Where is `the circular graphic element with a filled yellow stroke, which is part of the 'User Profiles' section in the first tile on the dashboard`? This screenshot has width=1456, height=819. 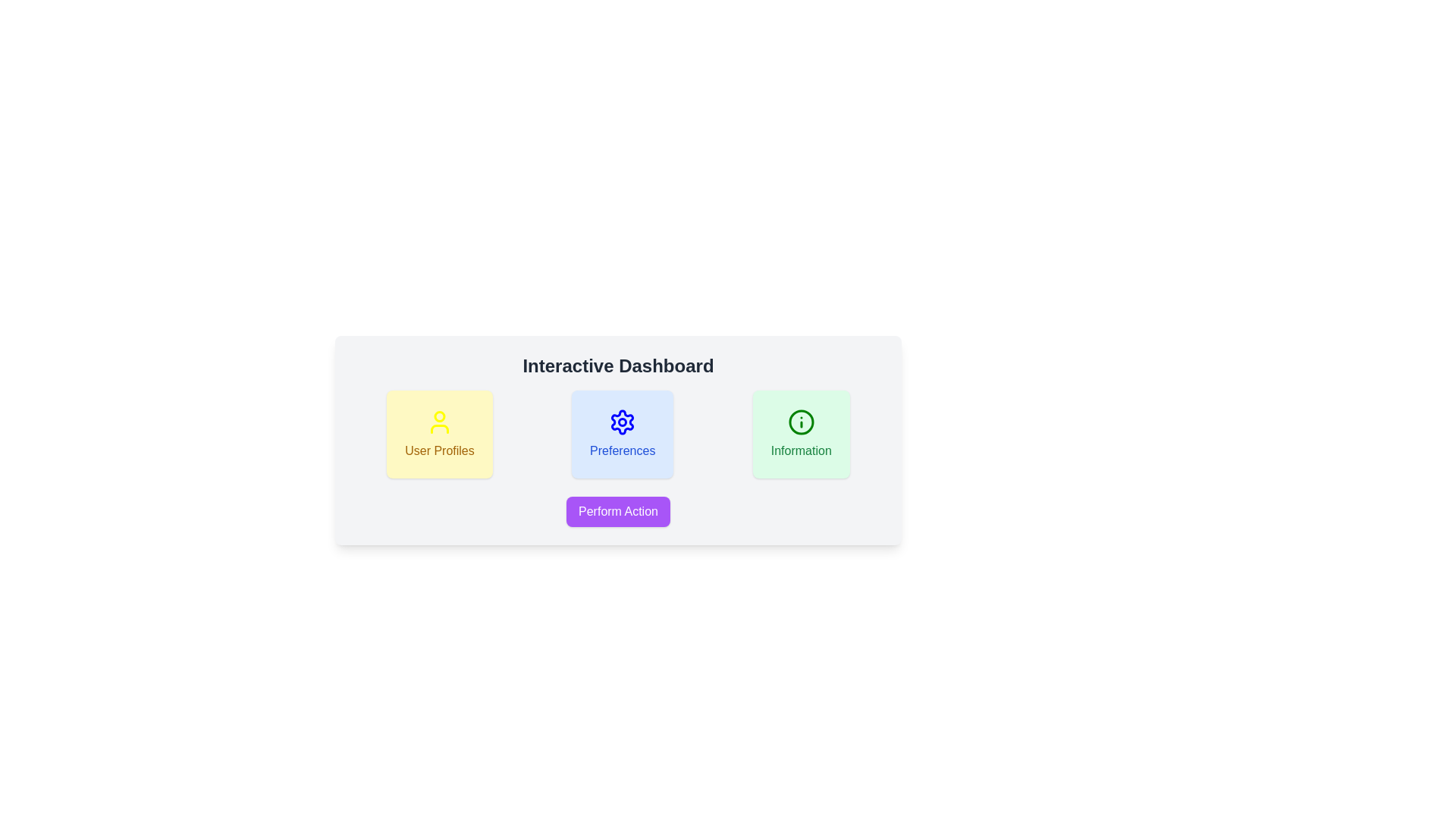 the circular graphic element with a filled yellow stroke, which is part of the 'User Profiles' section in the first tile on the dashboard is located at coordinates (439, 416).